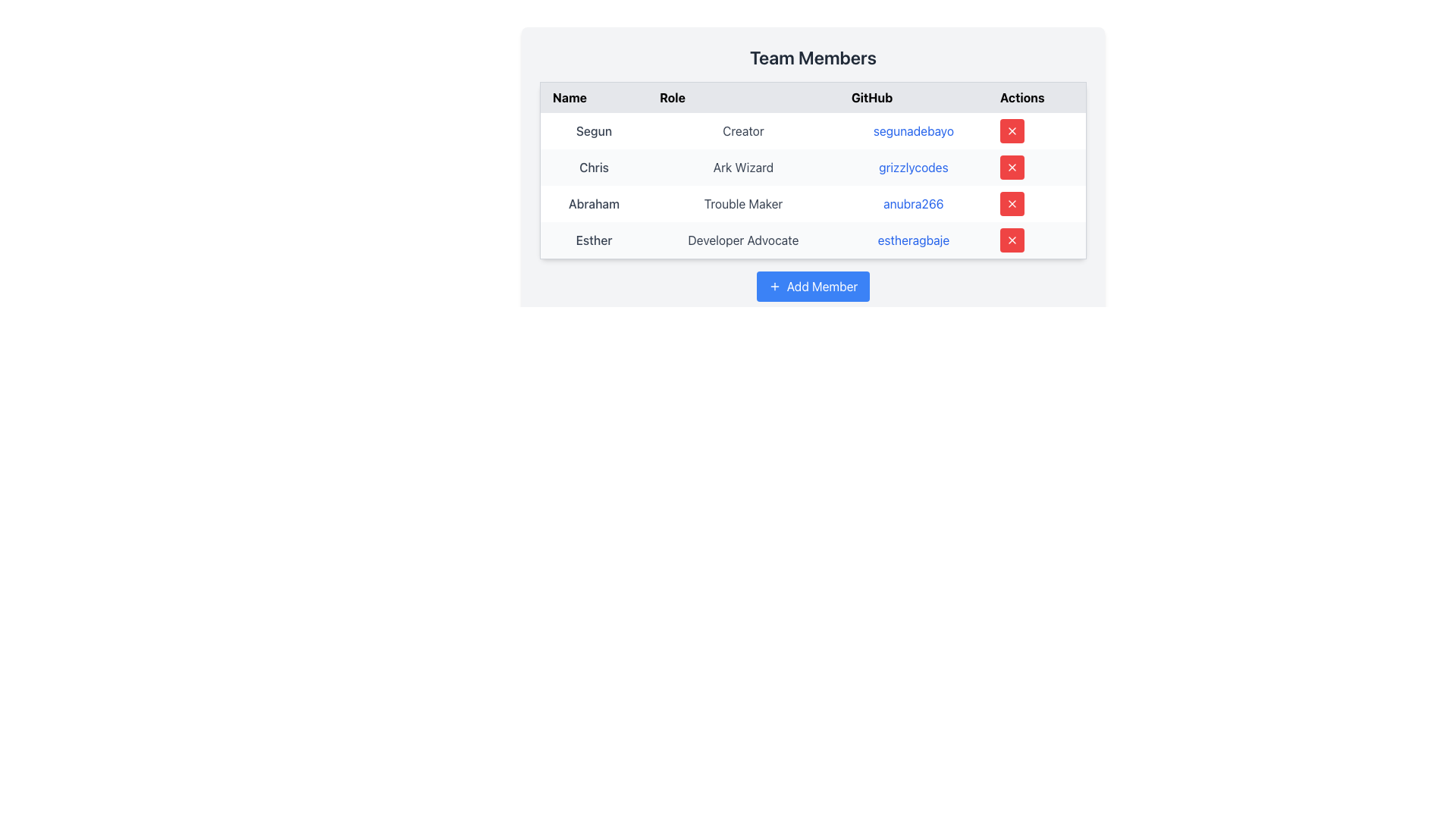 This screenshot has width=1456, height=819. What do you see at coordinates (1012, 130) in the screenshot?
I see `the small red square button with rounded corners featuring a white cross icon, located in the Actions column of the first row in the Team Members section under the GitHub information of 'Creator' Segun` at bounding box center [1012, 130].